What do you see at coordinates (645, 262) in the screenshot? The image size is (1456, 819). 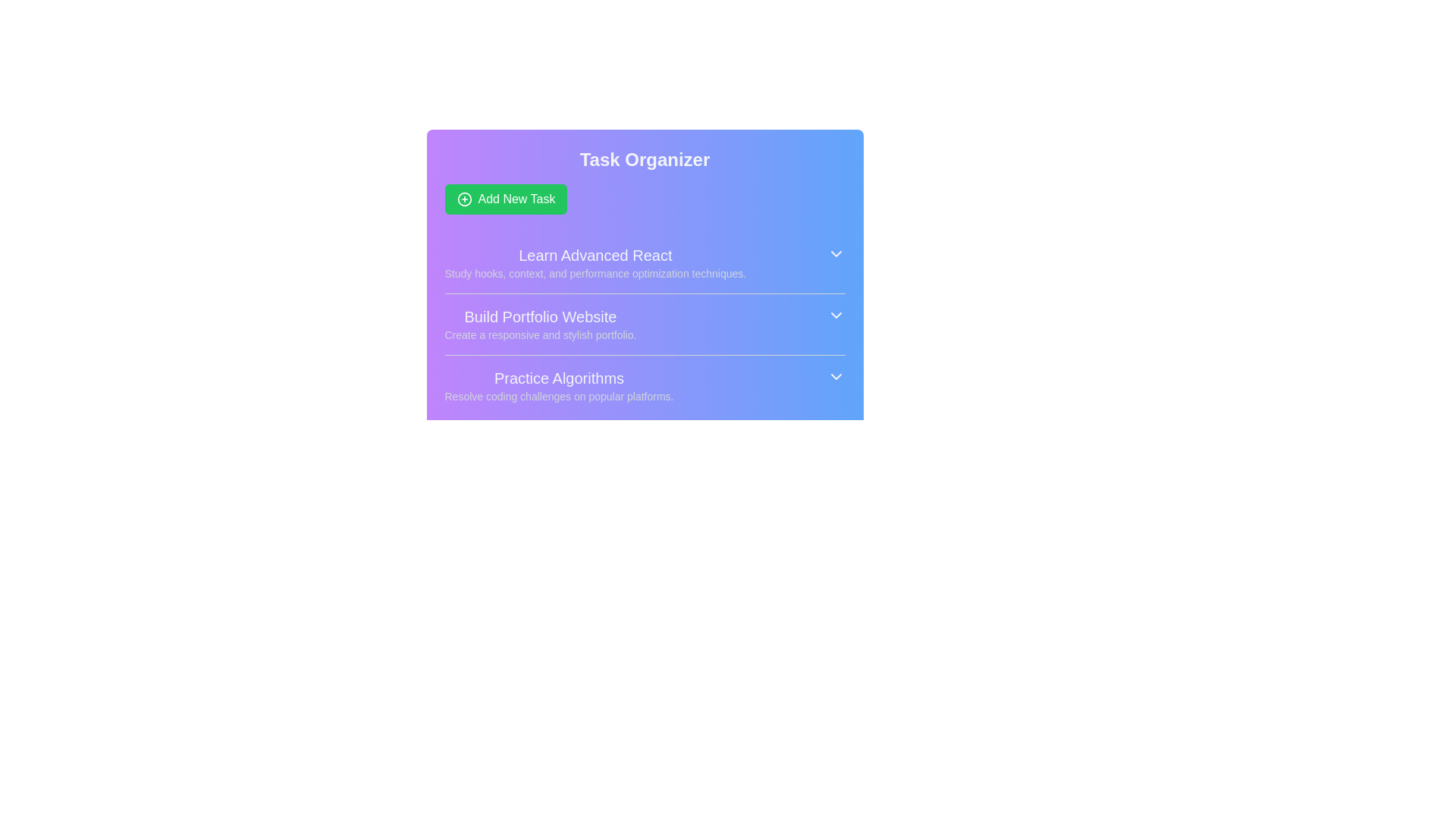 I see `text of the first task entry item in the task organizer, which is located above the task titled 'Build Portfolio Website'` at bounding box center [645, 262].